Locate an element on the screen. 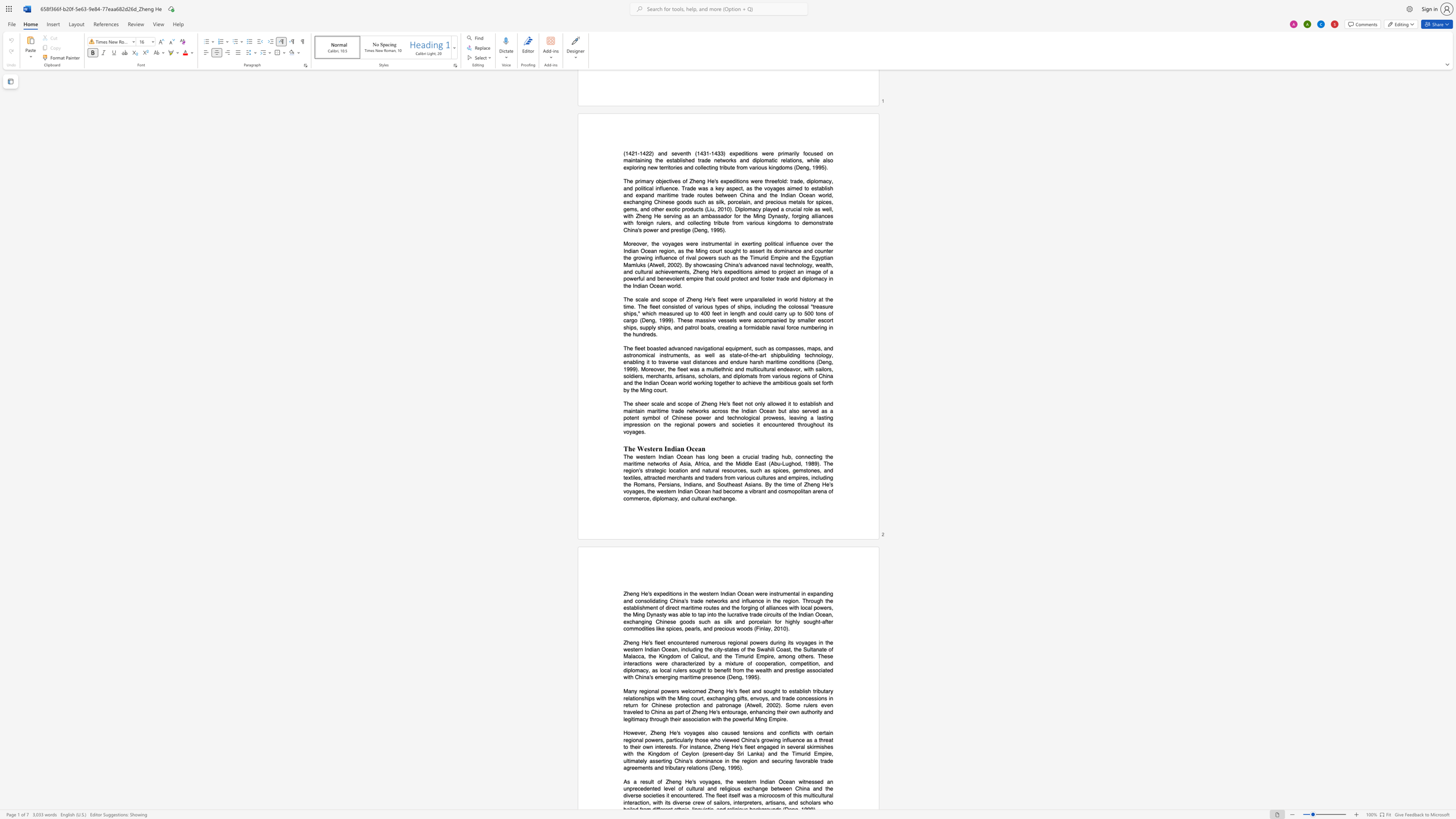 The height and width of the screenshot is (819, 1456). the subset text "omed Zheng He" within the text "Many regional powers welcomed Zheng He" is located at coordinates (692, 691).